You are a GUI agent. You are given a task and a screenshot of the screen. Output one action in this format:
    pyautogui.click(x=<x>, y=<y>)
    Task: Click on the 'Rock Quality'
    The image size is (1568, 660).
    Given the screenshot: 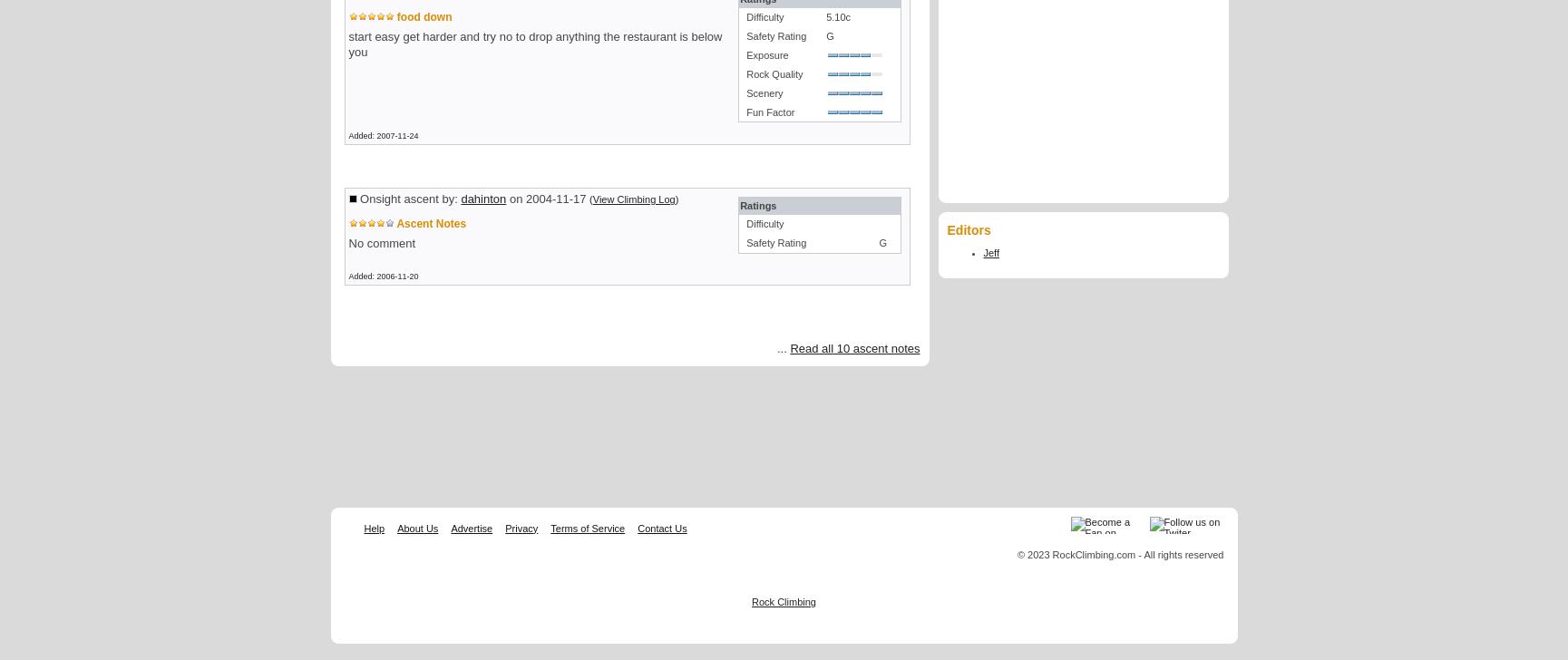 What is the action you would take?
    pyautogui.click(x=772, y=73)
    